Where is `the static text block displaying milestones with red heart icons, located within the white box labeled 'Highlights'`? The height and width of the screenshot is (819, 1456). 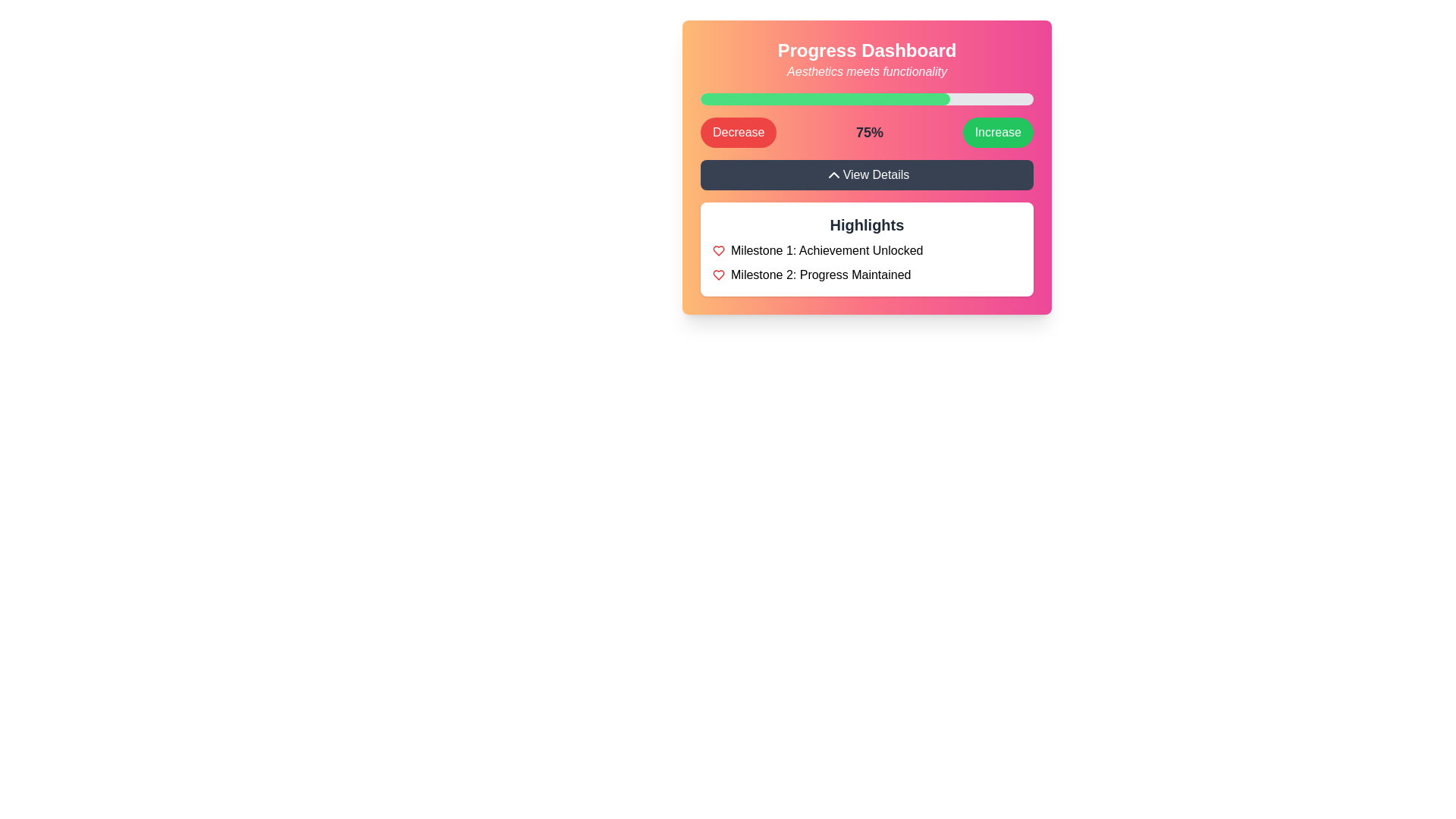
the static text block displaying milestones with red heart icons, located within the white box labeled 'Highlights' is located at coordinates (867, 262).